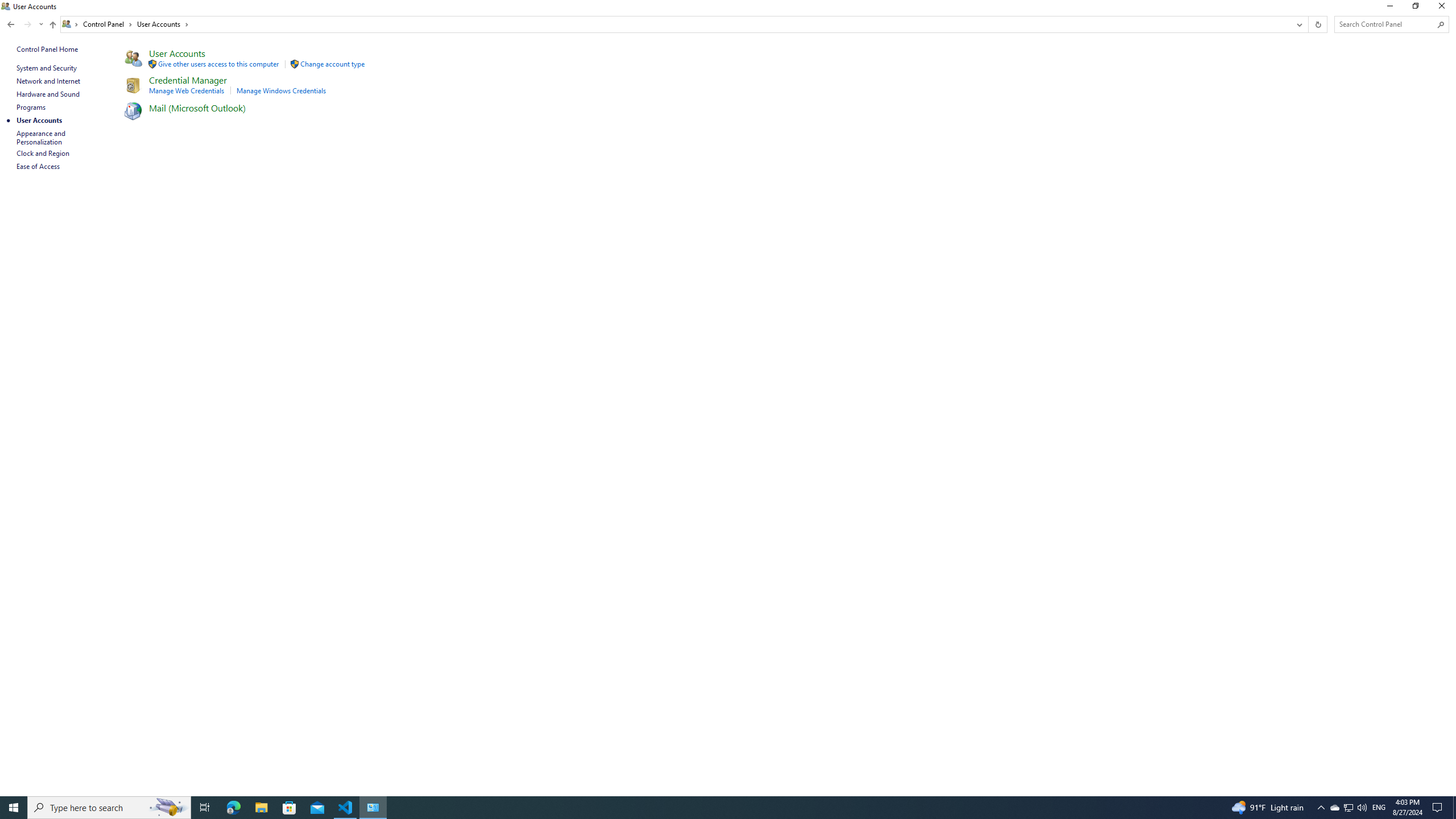 This screenshot has height=819, width=1456. What do you see at coordinates (31, 106) in the screenshot?
I see `'Programs'` at bounding box center [31, 106].